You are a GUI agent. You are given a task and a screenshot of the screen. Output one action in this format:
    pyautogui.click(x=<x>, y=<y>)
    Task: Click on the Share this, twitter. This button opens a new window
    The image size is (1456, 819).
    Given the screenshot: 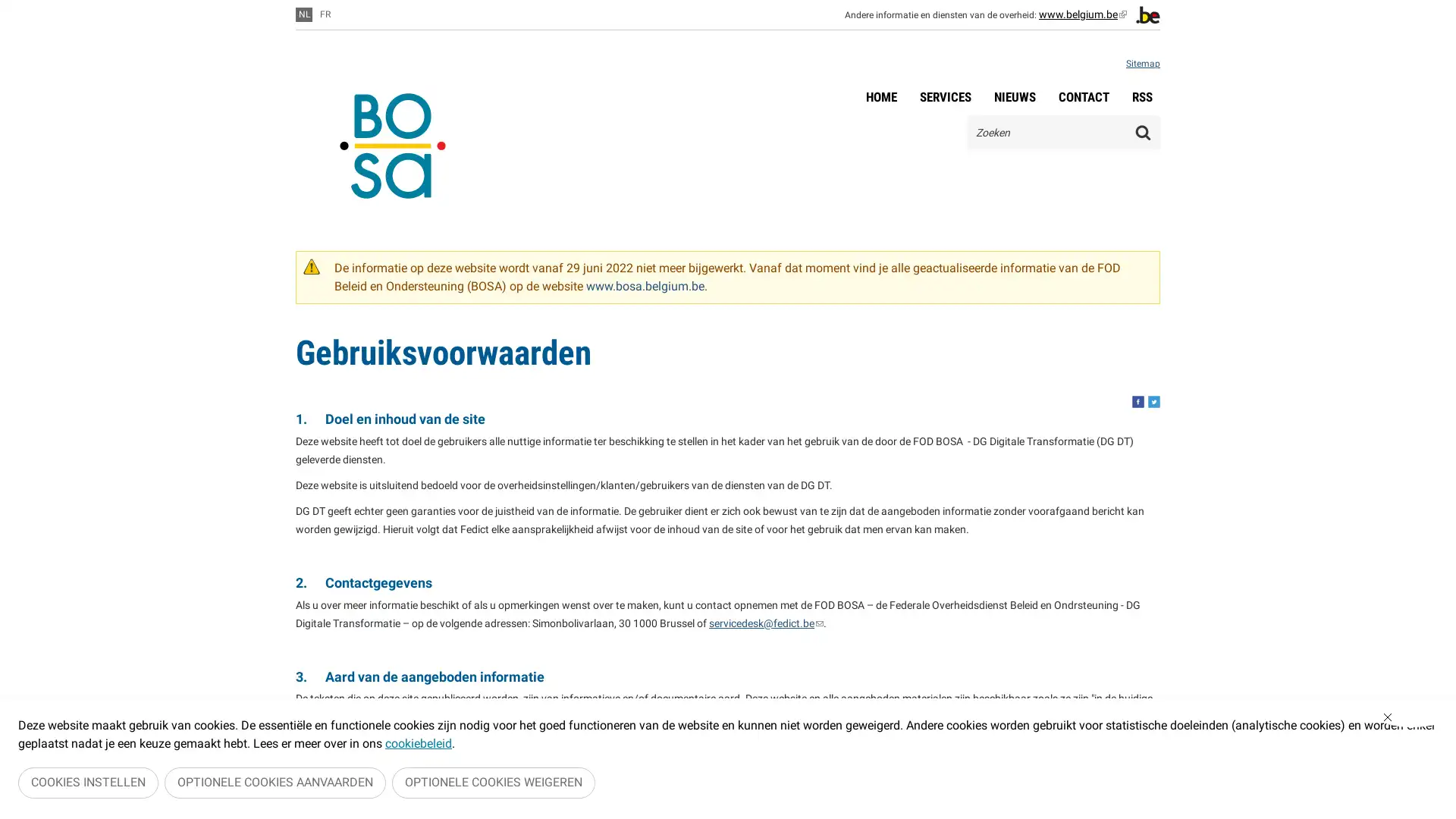 What is the action you would take?
    pyautogui.click(x=1153, y=400)
    